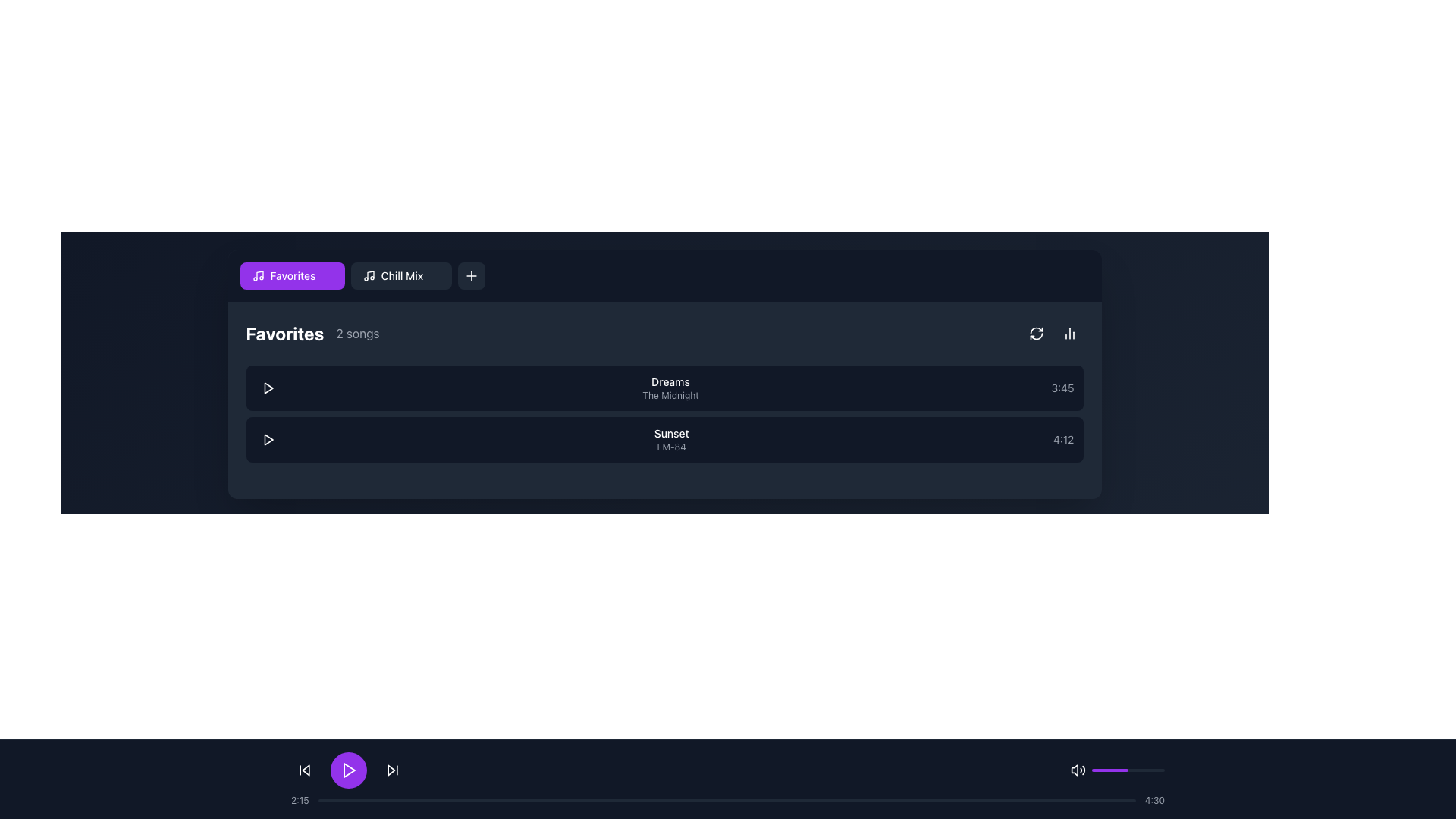 This screenshot has width=1456, height=819. I want to click on the play button located in the bottom navigation bar, so click(348, 770).